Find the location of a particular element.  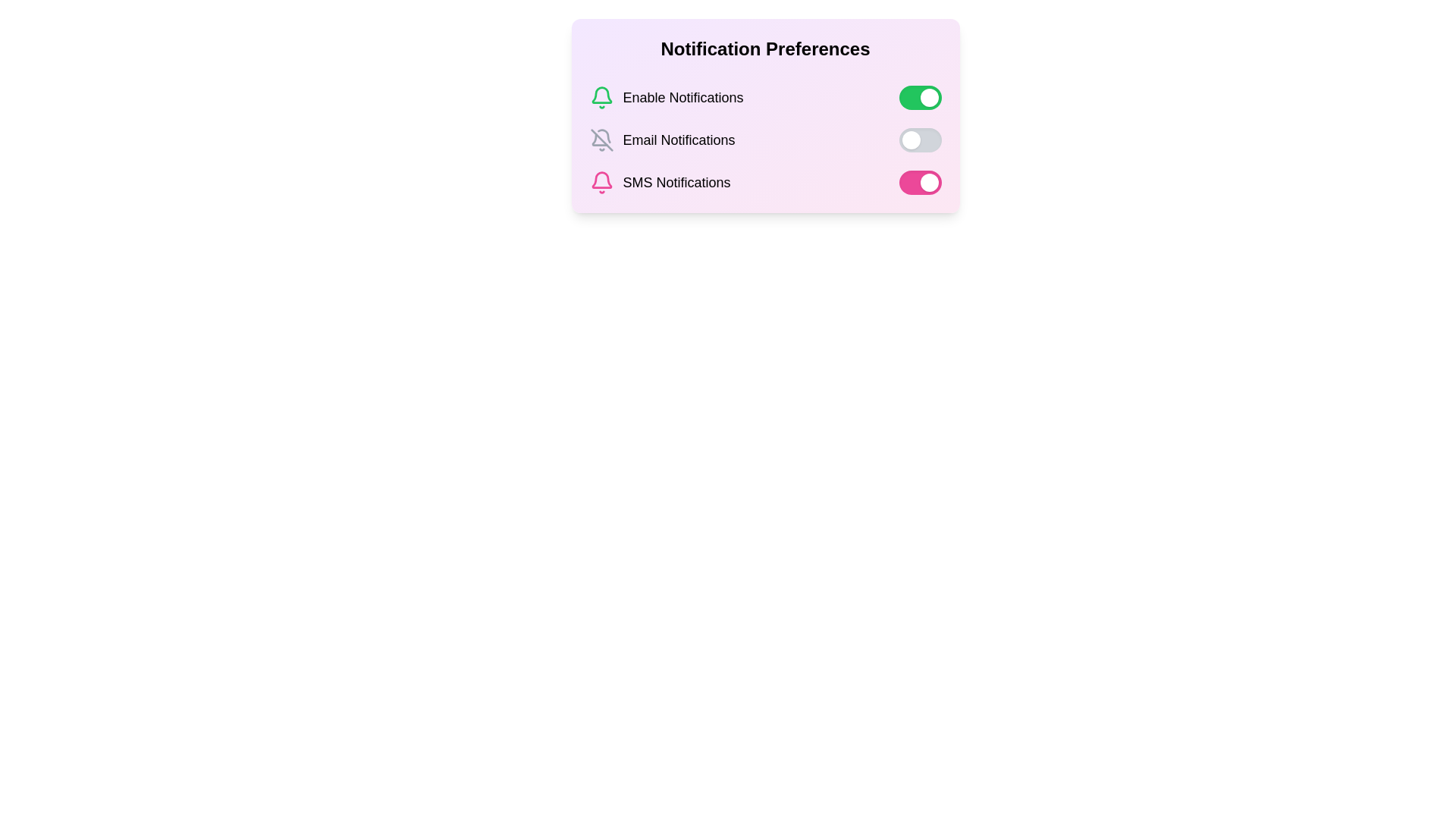

the toggle switch for 'SMS Notifications', which is a pink-colored toggleable feature item within the 'Notification Preferences' section of the settings list is located at coordinates (765, 181).